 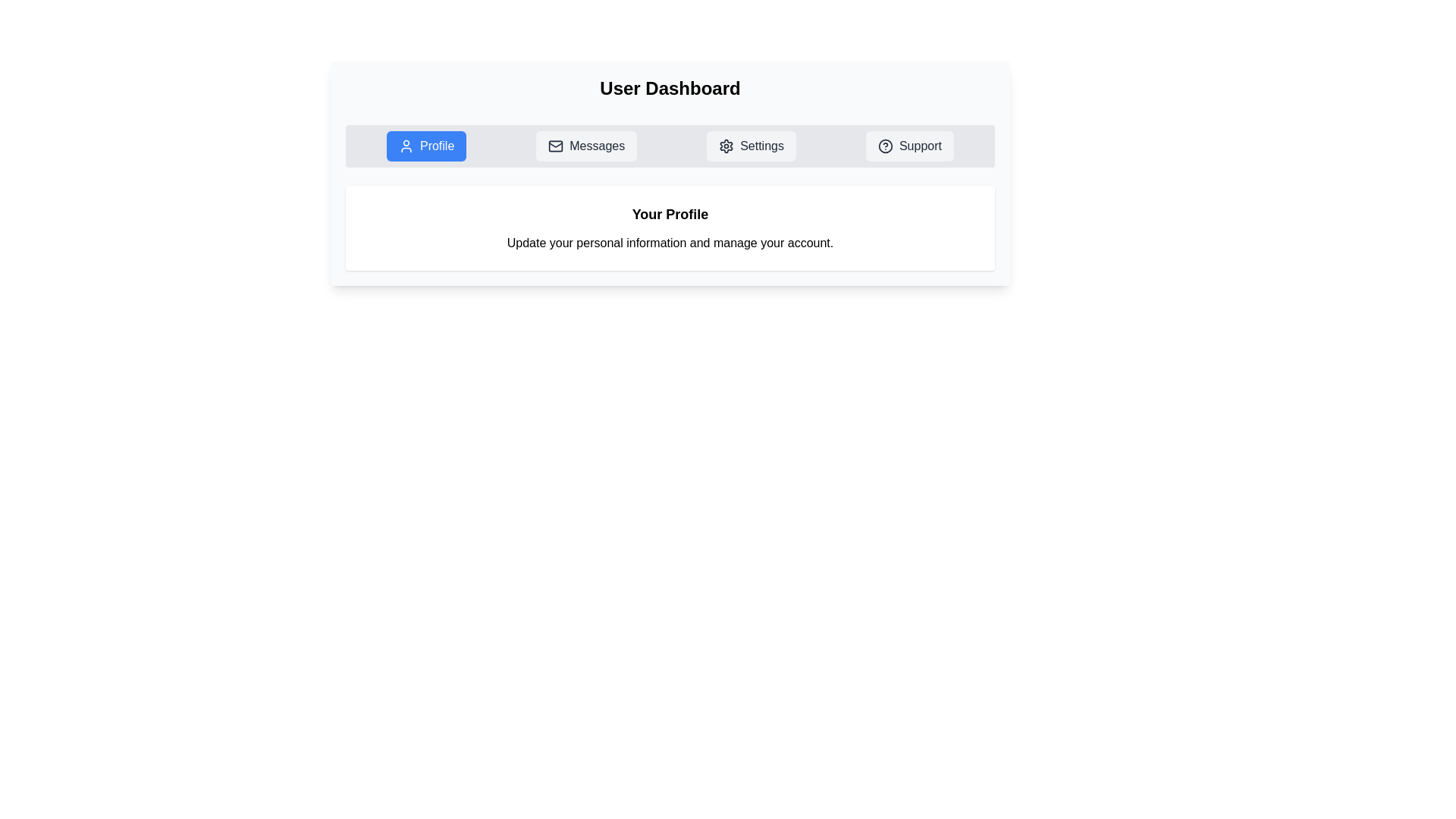 What do you see at coordinates (669, 214) in the screenshot?
I see `the static text element that serves as a headline or title for the section, located above the text 'Update your personal information and manage your account.'` at bounding box center [669, 214].